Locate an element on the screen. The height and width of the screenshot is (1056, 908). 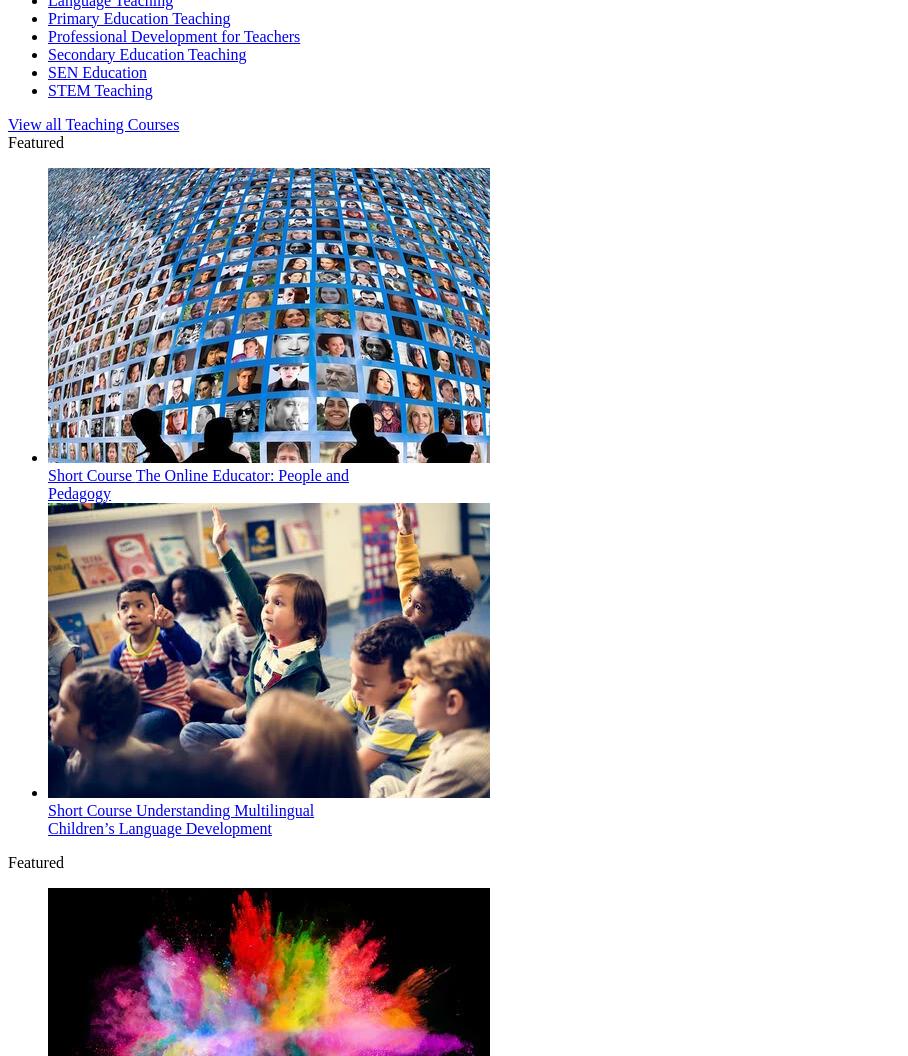
'View all Teaching Courses' is located at coordinates (92, 122).